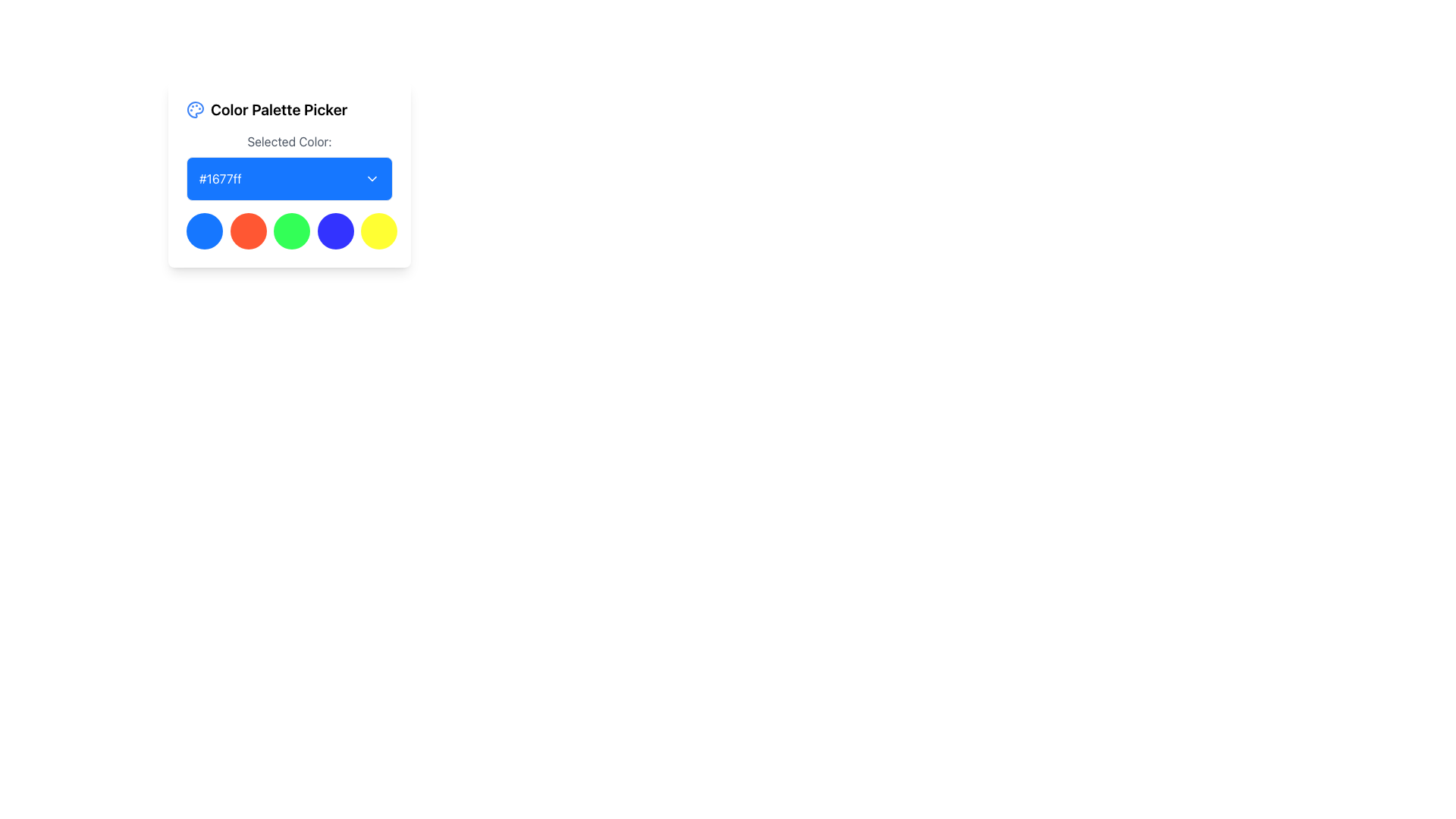 This screenshot has height=819, width=1456. Describe the element at coordinates (290, 141) in the screenshot. I see `the label that reads 'Selected Color:' styled with gray font, located above the color display box in the 'Color Palette Picker' section` at that location.